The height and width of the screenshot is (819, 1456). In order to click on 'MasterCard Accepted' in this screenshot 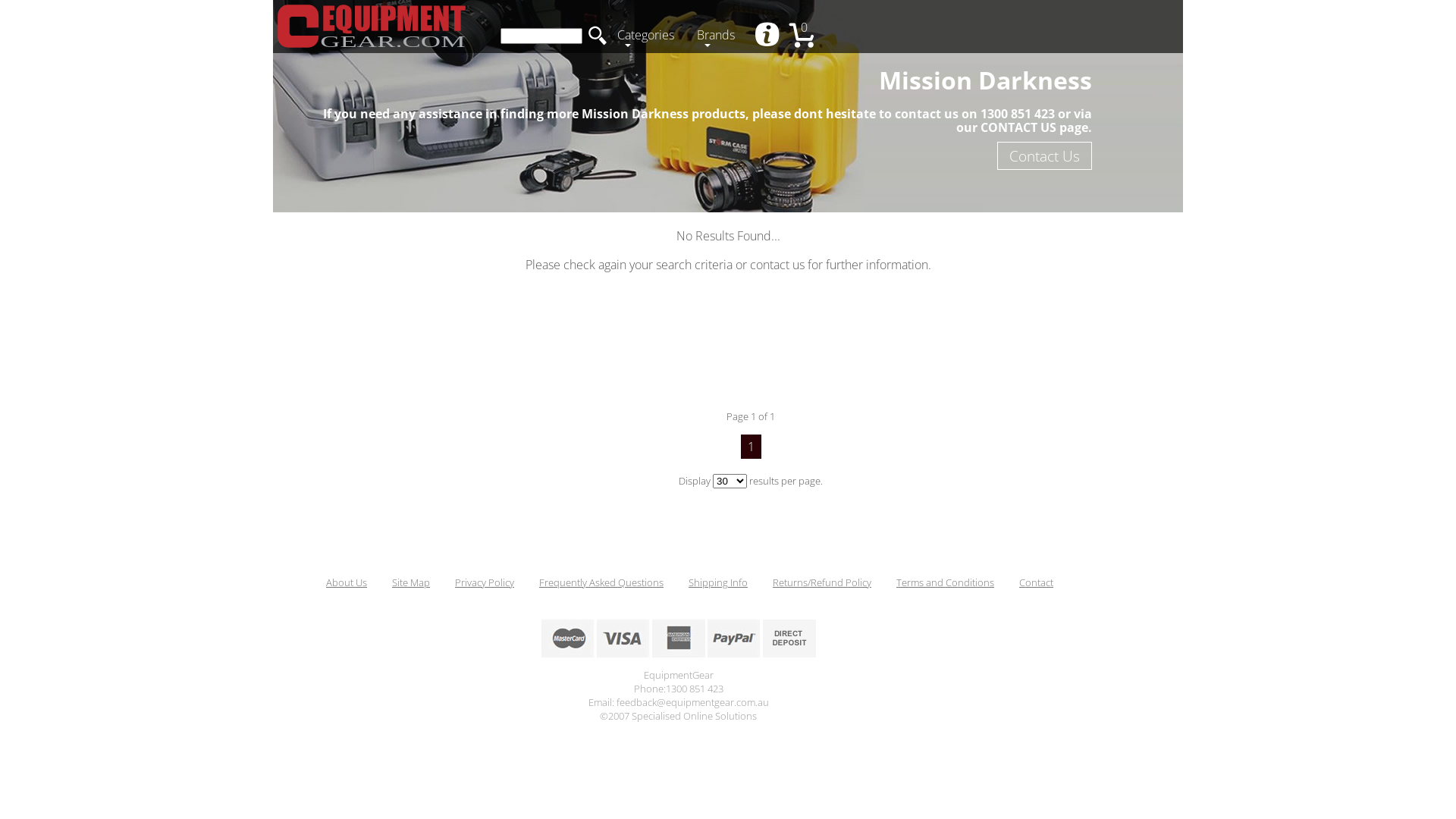, I will do `click(566, 638)`.